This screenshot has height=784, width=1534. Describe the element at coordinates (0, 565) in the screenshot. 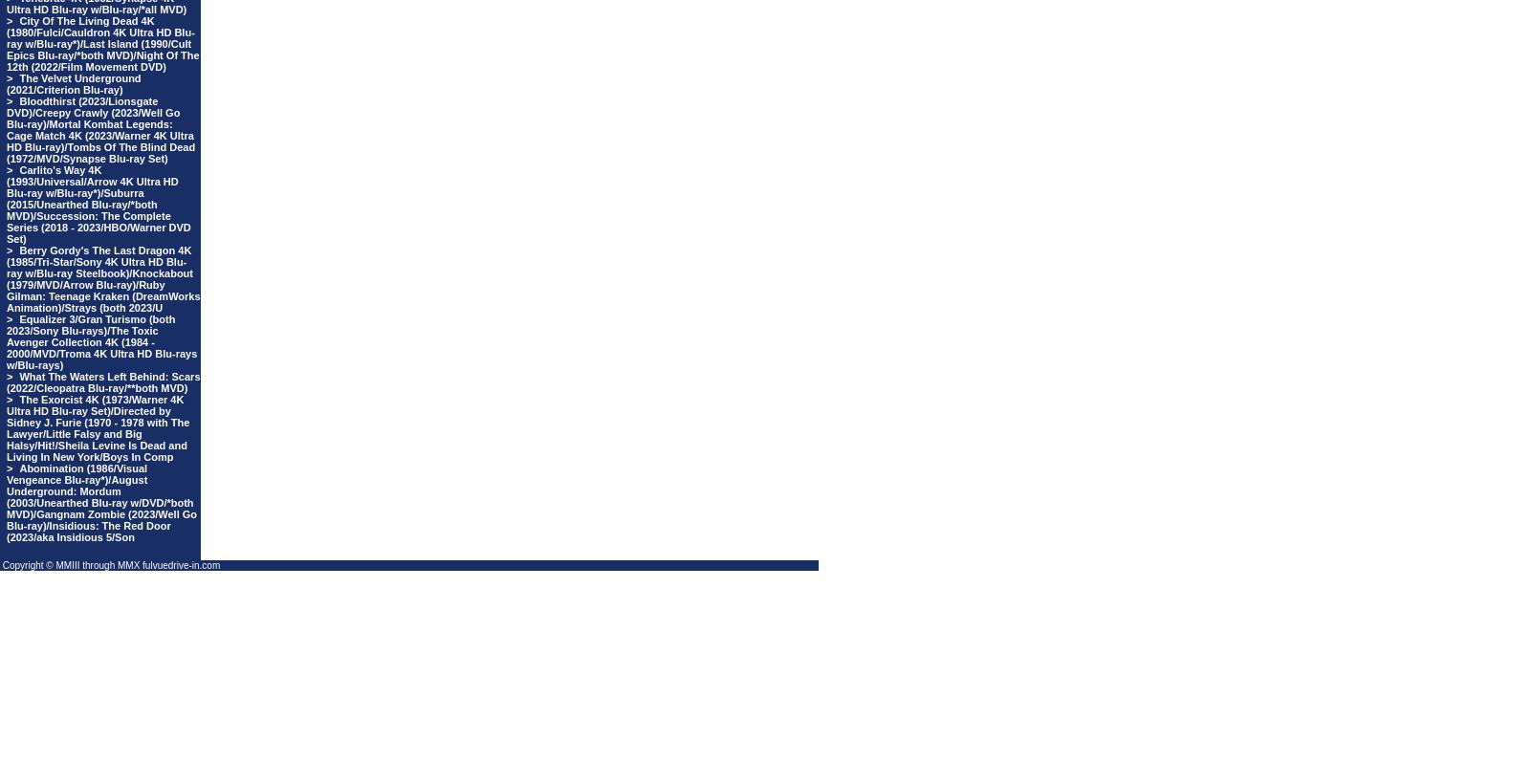

I see `'Copyright © MMIII through MMX fulvuedrive-in.com'` at that location.